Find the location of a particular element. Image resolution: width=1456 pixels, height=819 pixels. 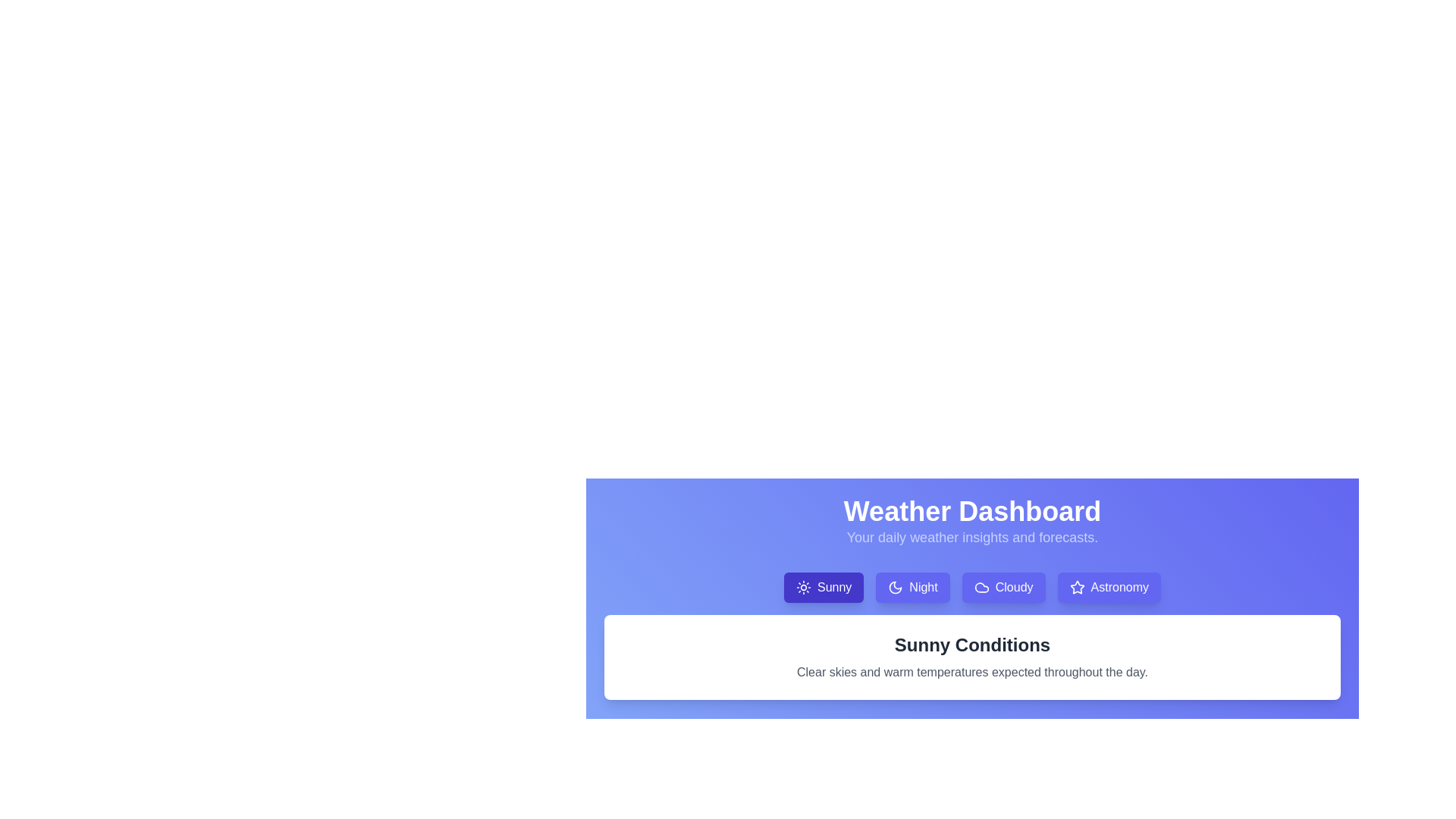

the weather condition tab labeled Sunny is located at coordinates (823, 587).